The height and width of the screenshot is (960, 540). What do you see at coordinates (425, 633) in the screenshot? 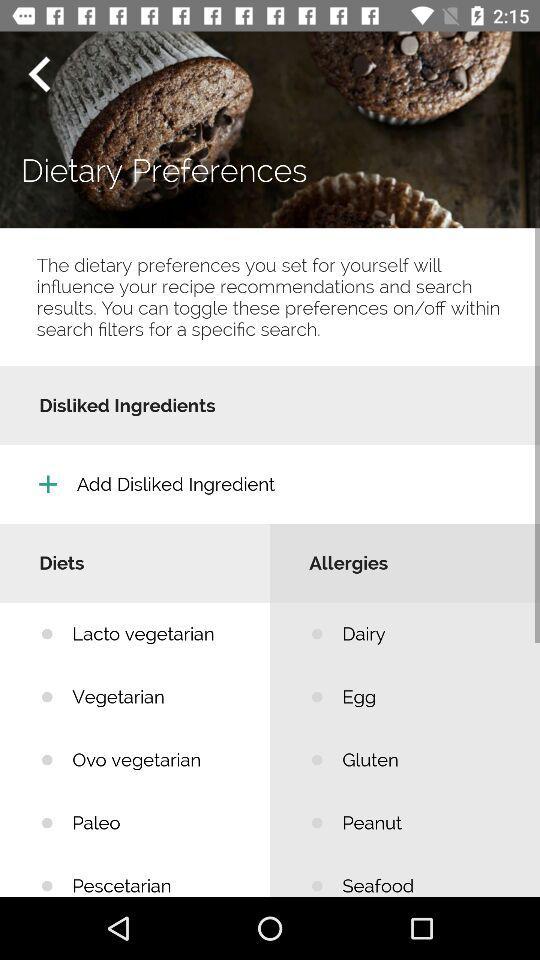
I see `the icon below the allergies item` at bounding box center [425, 633].